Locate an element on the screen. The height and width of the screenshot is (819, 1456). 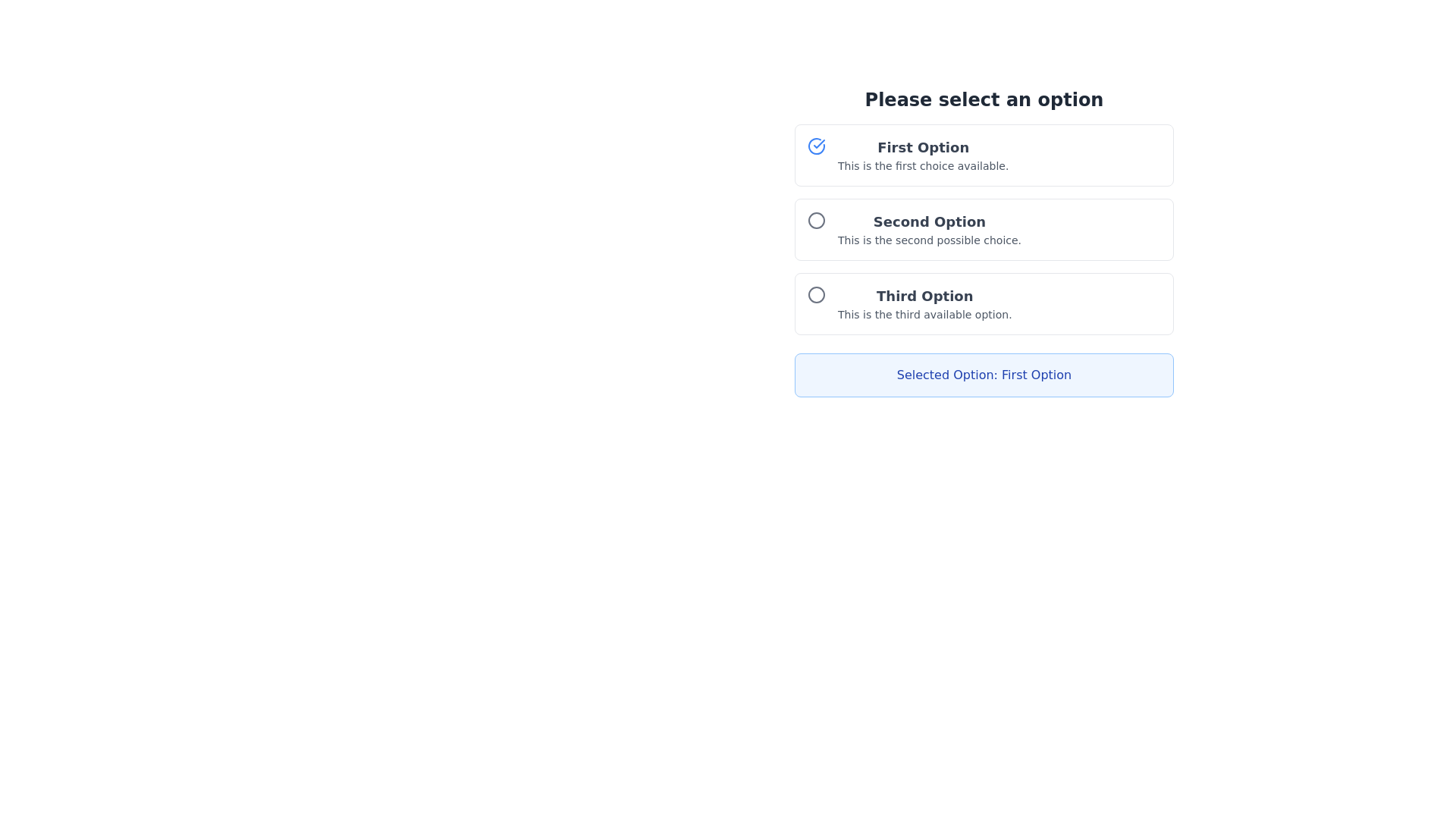
the unselected radio button located to the left of the text 'Second Option' is located at coordinates (815, 220).